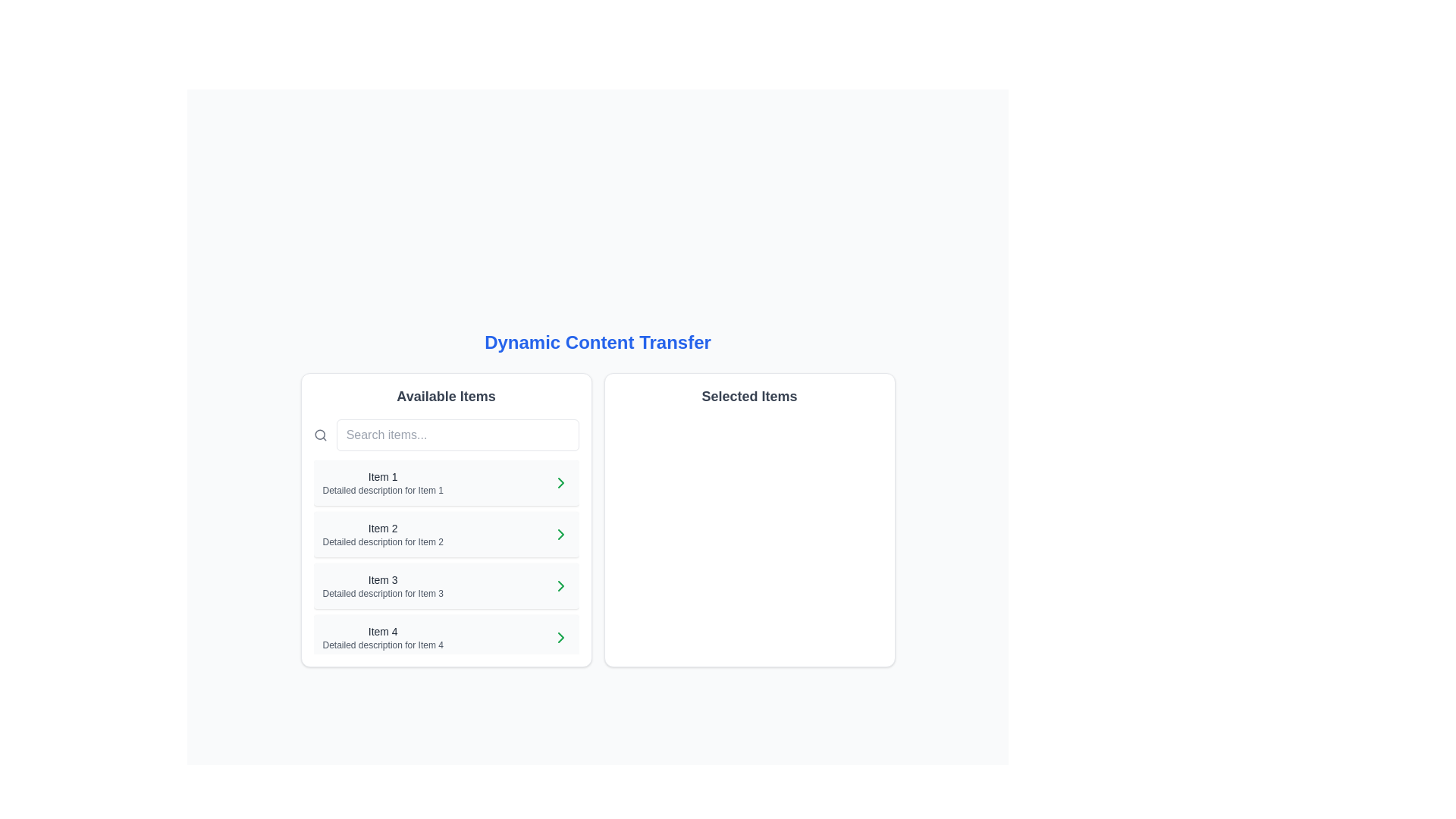 This screenshot has width=1456, height=819. Describe the element at coordinates (319, 435) in the screenshot. I see `the magnifying glass icon, which is outlined in gray and represents a search function, located to the left of the search input field in the 'Available Items' section` at that location.